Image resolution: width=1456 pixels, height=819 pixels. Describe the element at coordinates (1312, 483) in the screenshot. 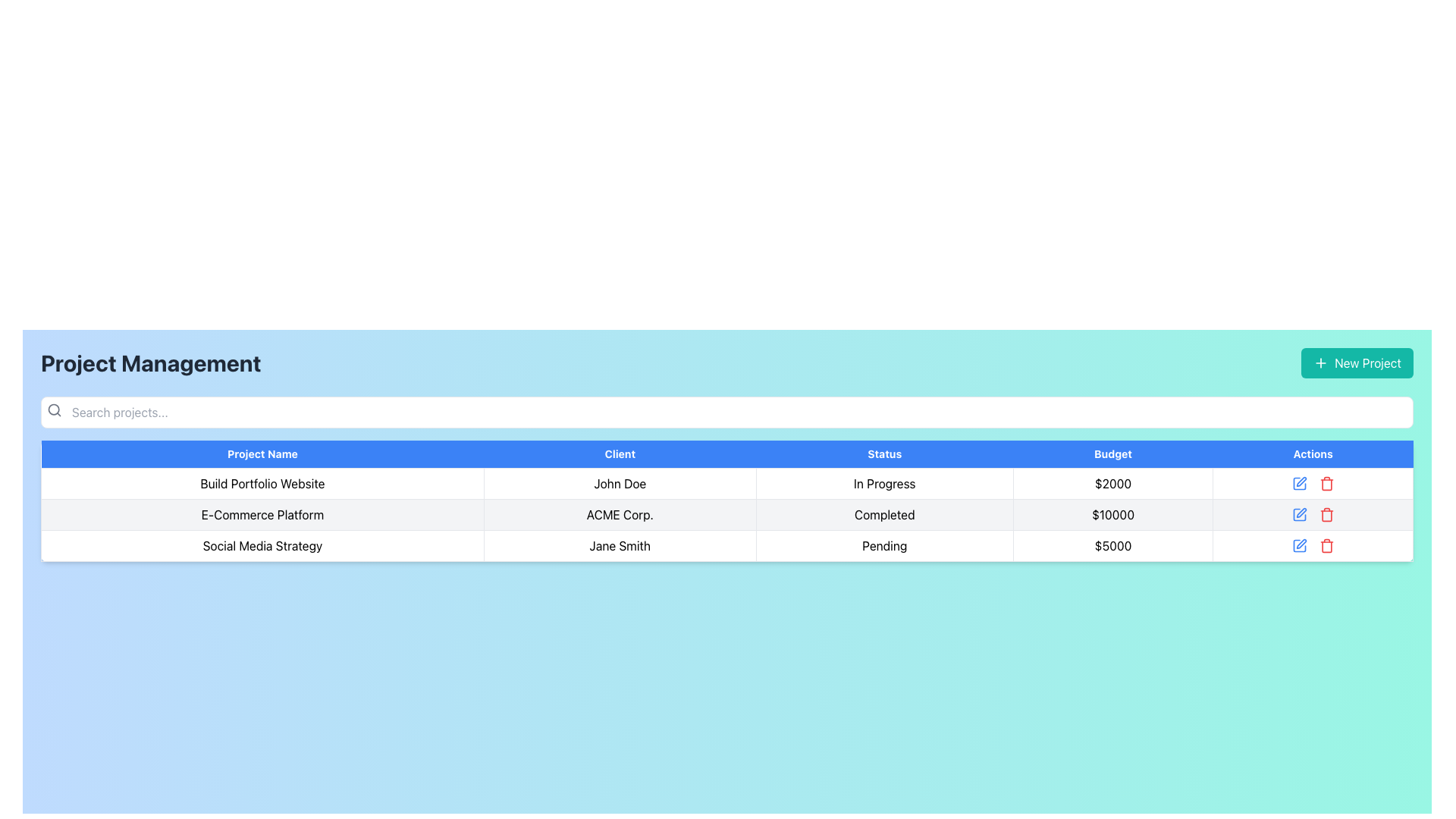

I see `the red trash can icon in the Interactive icon group within the table cell under the 'Actions' column for the 'Build Portfolio Website' project` at that location.